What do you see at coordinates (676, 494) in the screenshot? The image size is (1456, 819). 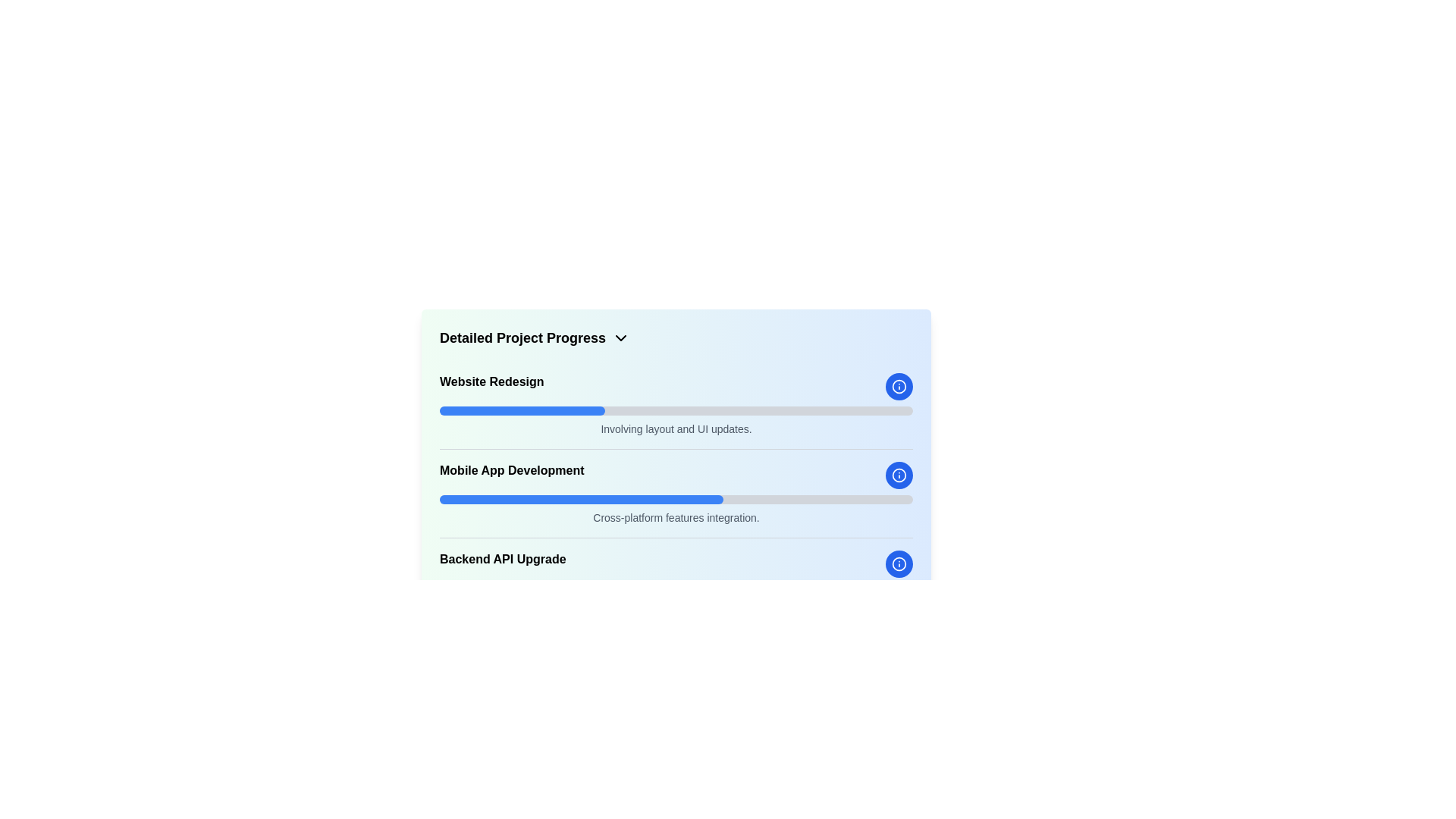 I see `the second row item in the project progress list, which visually represents the progress of the 'Mobile App Development' project` at bounding box center [676, 494].